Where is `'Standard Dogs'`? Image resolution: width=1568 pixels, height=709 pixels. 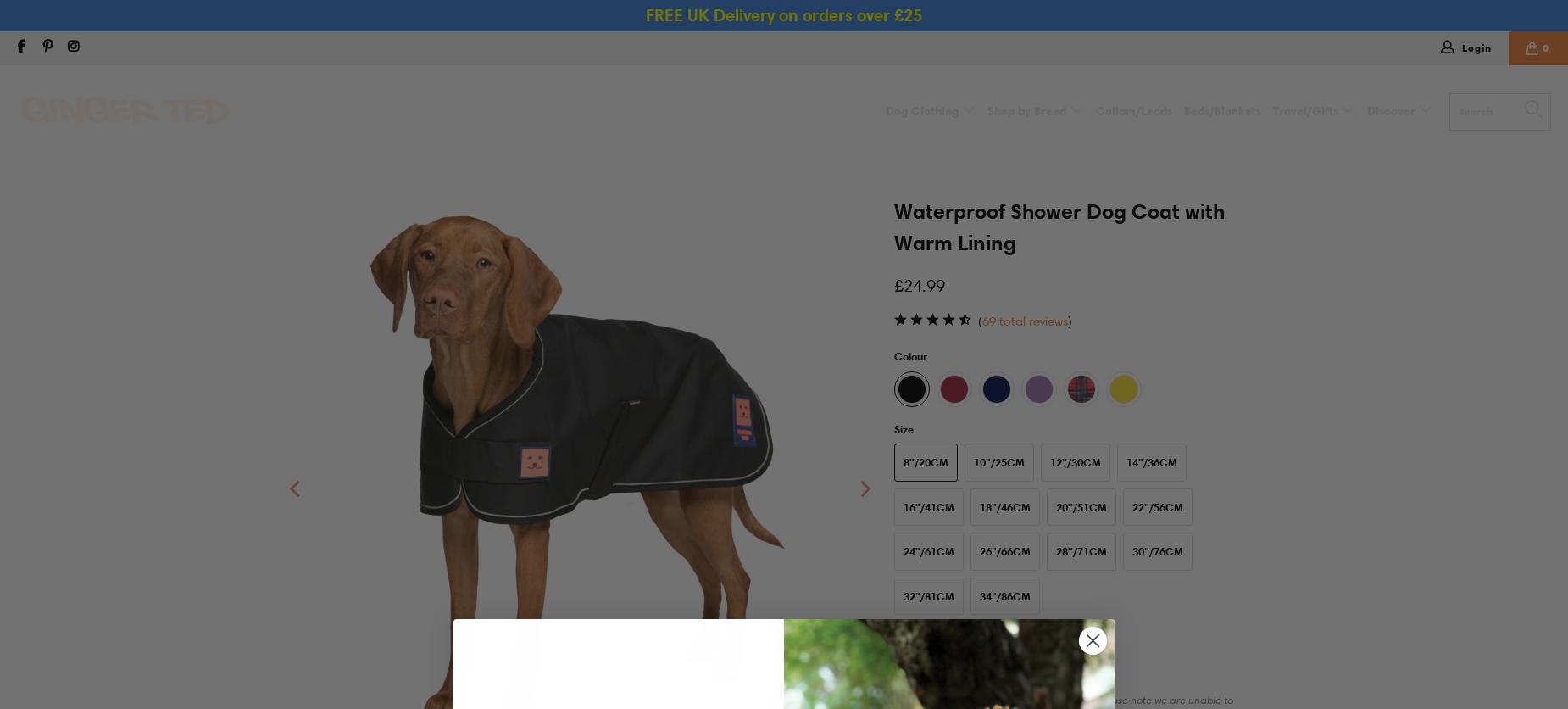 'Standard Dogs' is located at coordinates (1043, 148).